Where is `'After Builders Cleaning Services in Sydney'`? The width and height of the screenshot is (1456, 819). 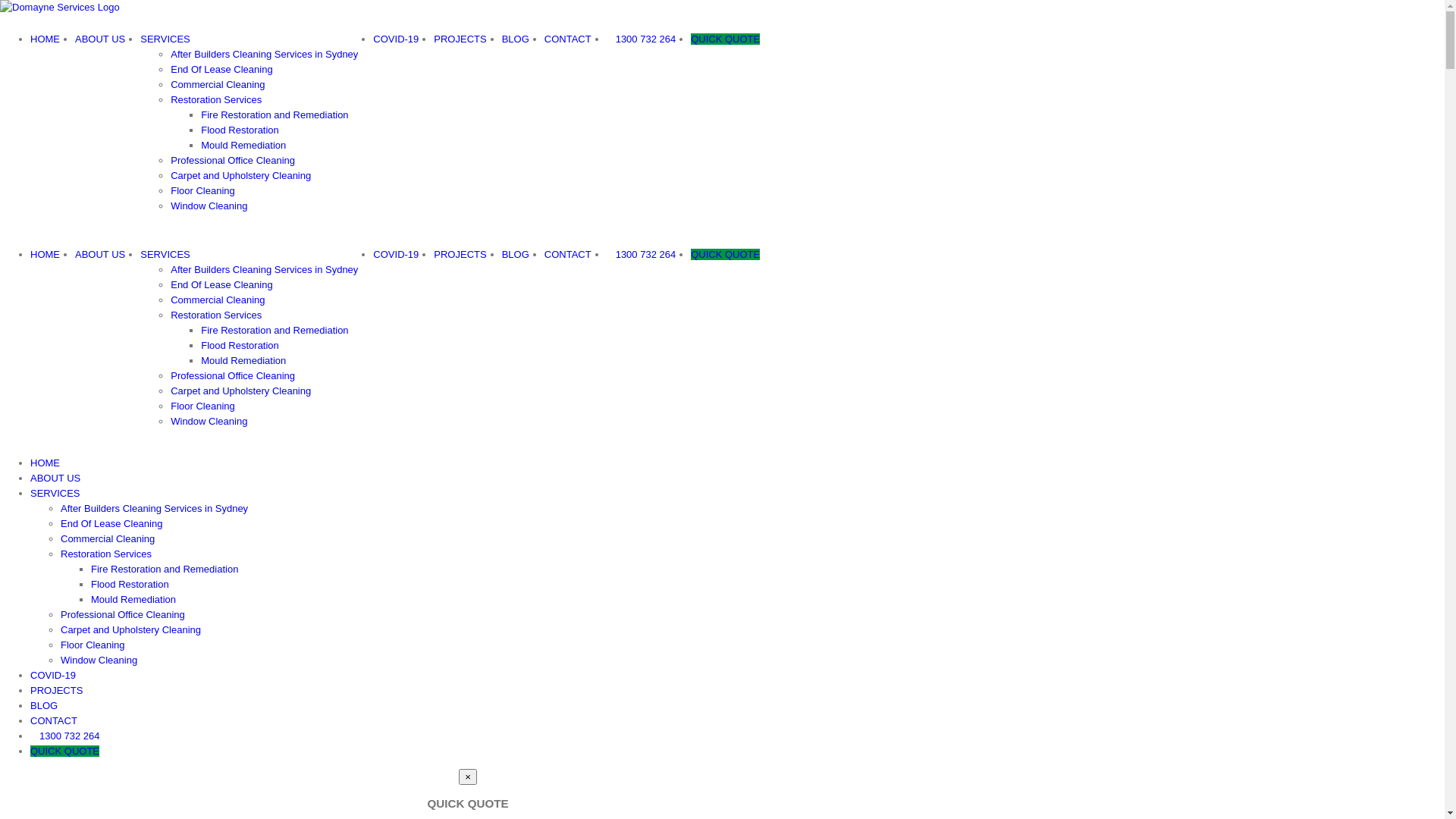 'After Builders Cleaning Services in Sydney' is located at coordinates (171, 268).